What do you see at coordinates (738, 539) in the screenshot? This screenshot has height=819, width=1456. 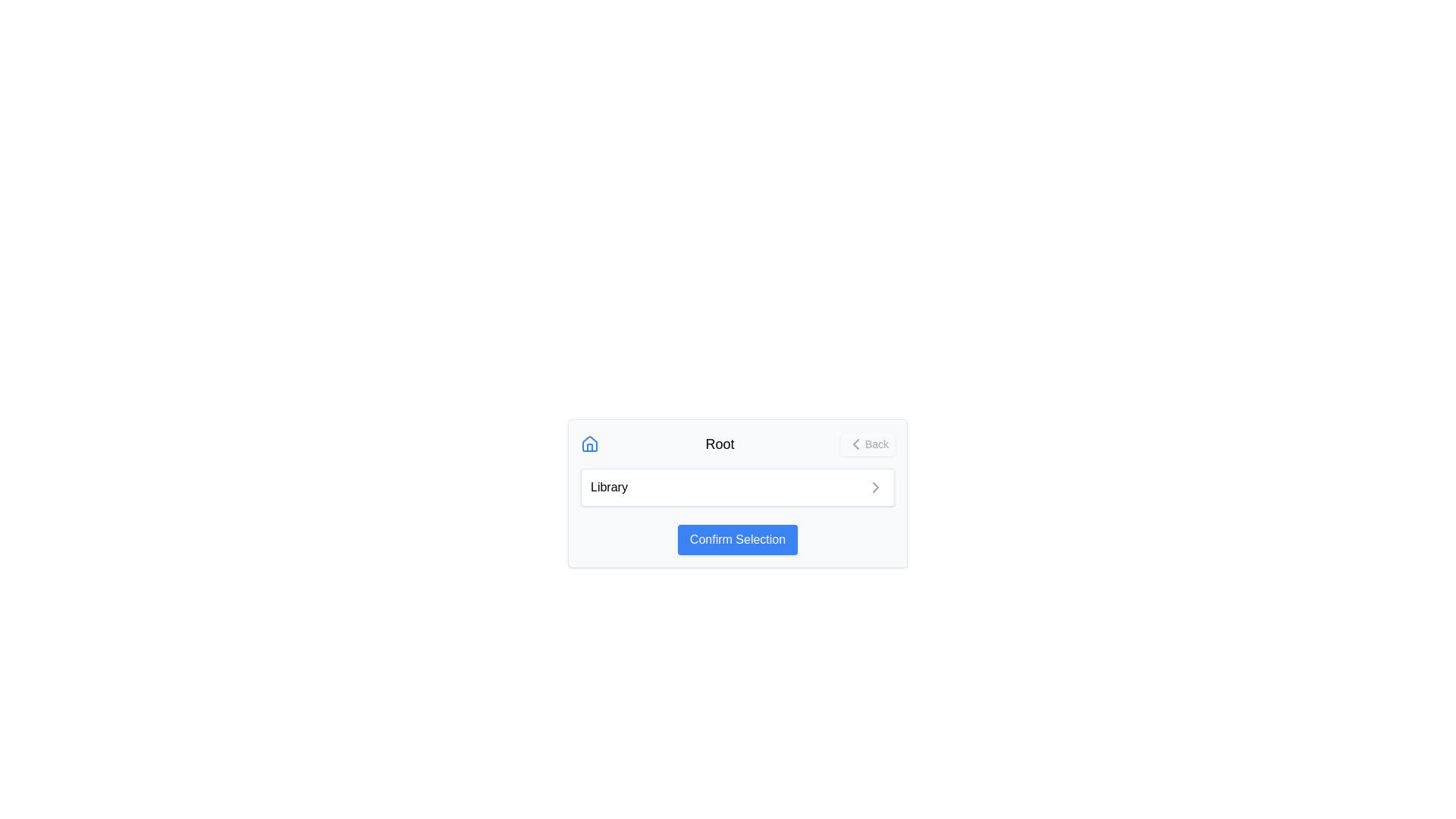 I see `the 'Confirm Selection' button, which is a rectangular button with a blue background and white text, located at the bottom of the panel` at bounding box center [738, 539].